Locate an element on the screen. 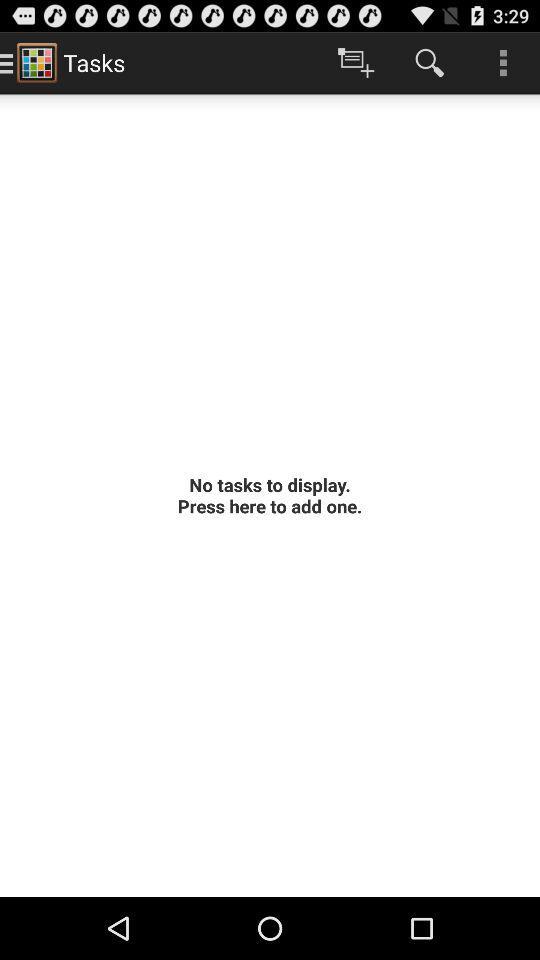 This screenshot has width=540, height=960. item above no tasks to item is located at coordinates (428, 62).